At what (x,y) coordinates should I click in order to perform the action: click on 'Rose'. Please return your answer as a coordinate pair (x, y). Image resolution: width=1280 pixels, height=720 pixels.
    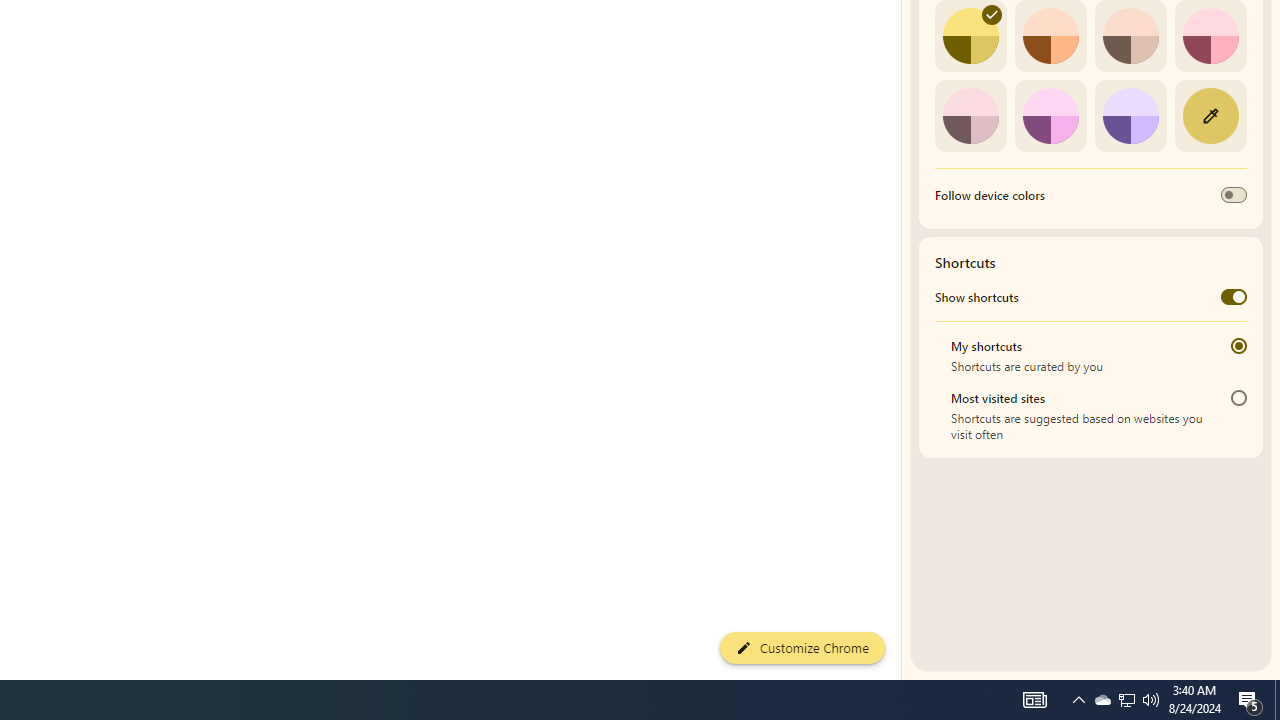
    Looking at the image, I should click on (1209, 36).